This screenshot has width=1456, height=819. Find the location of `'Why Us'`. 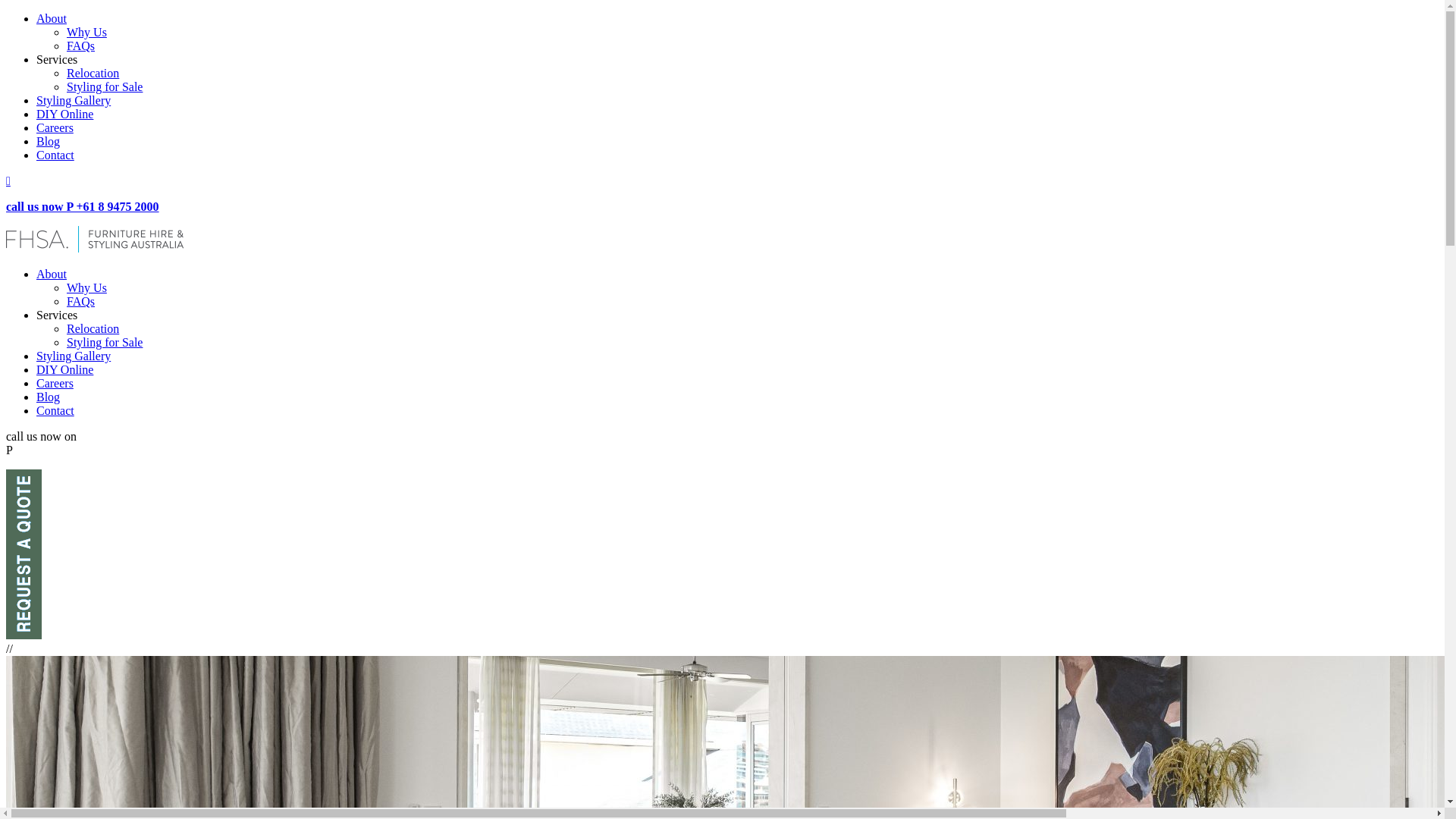

'Why Us' is located at coordinates (86, 287).